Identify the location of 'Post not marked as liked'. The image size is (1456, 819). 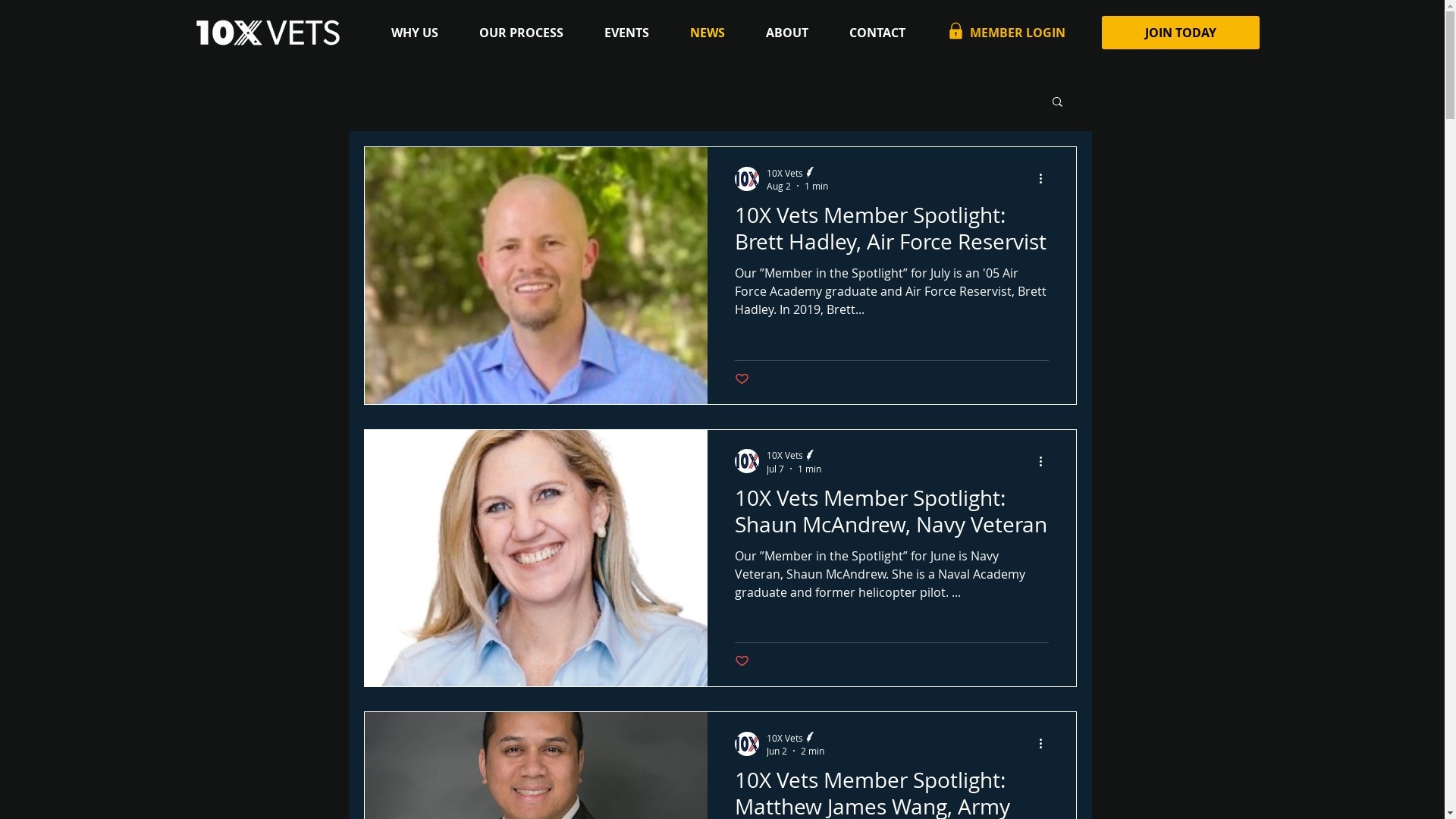
(741, 660).